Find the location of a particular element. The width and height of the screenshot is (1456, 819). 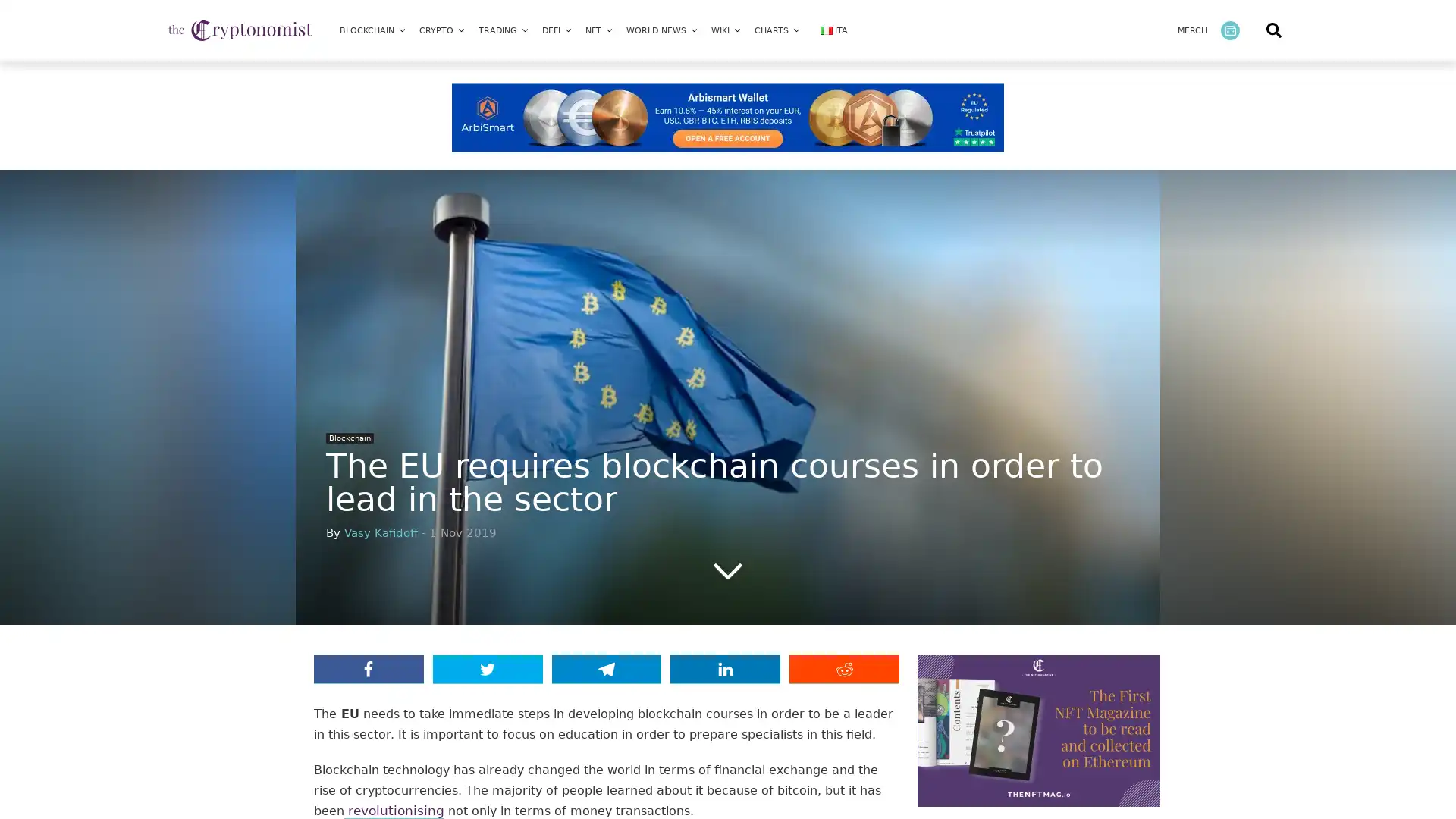

AGREE is located at coordinates (1159, 638).